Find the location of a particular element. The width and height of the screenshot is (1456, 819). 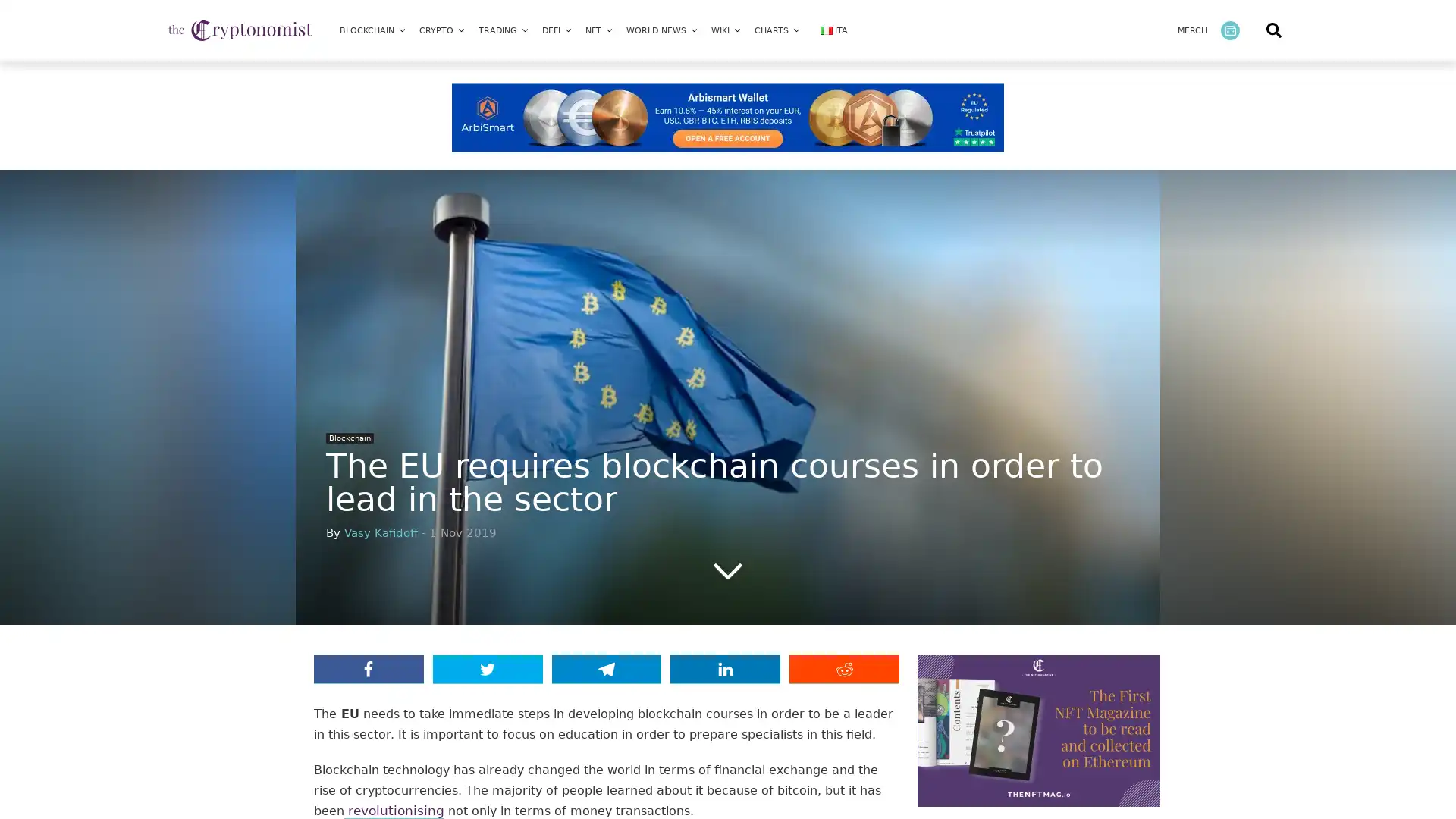

AGREE is located at coordinates (1159, 638).